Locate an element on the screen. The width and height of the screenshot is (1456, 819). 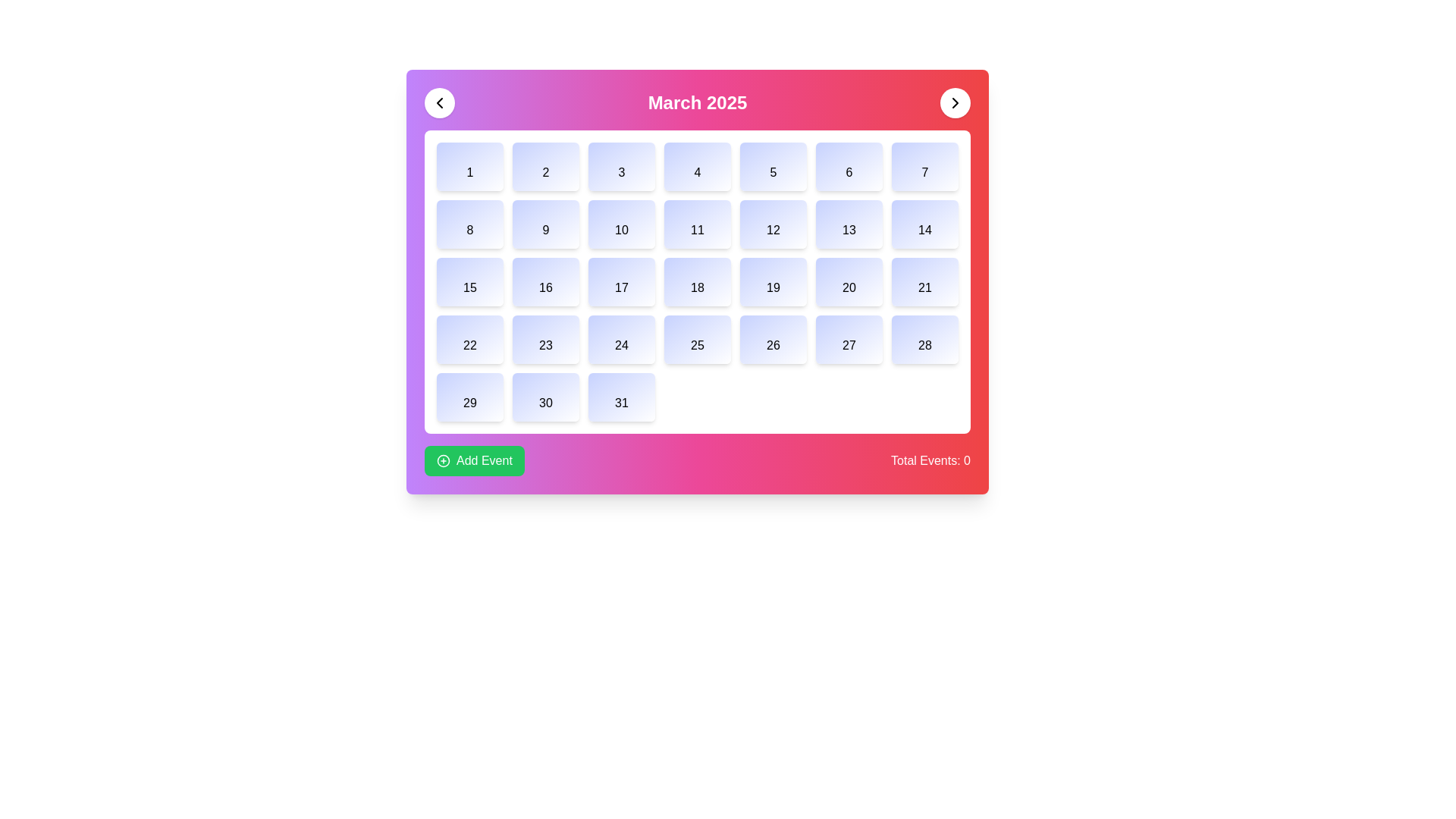
the leftward-pointing chevron arrow icon located in the navigation controls for moving between calendar months on the left side of the top bar labeled 'March 2025' is located at coordinates (439, 102).